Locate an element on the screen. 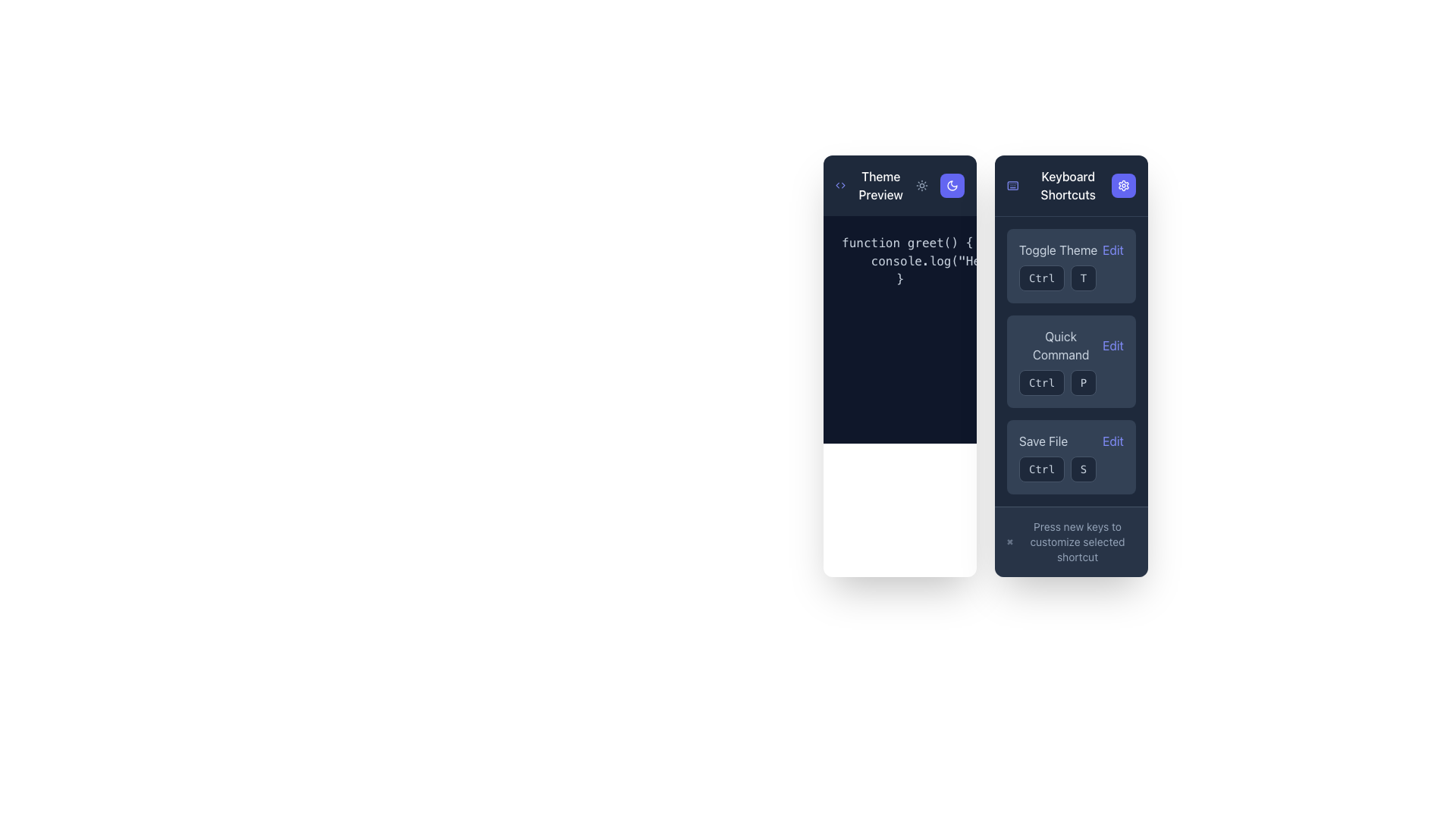 Image resolution: width=1456 pixels, height=819 pixels. code block or code editor display located near the top-center of the left column, which is part of the 'Theme Preview' area for debugging purposes is located at coordinates (899, 260).